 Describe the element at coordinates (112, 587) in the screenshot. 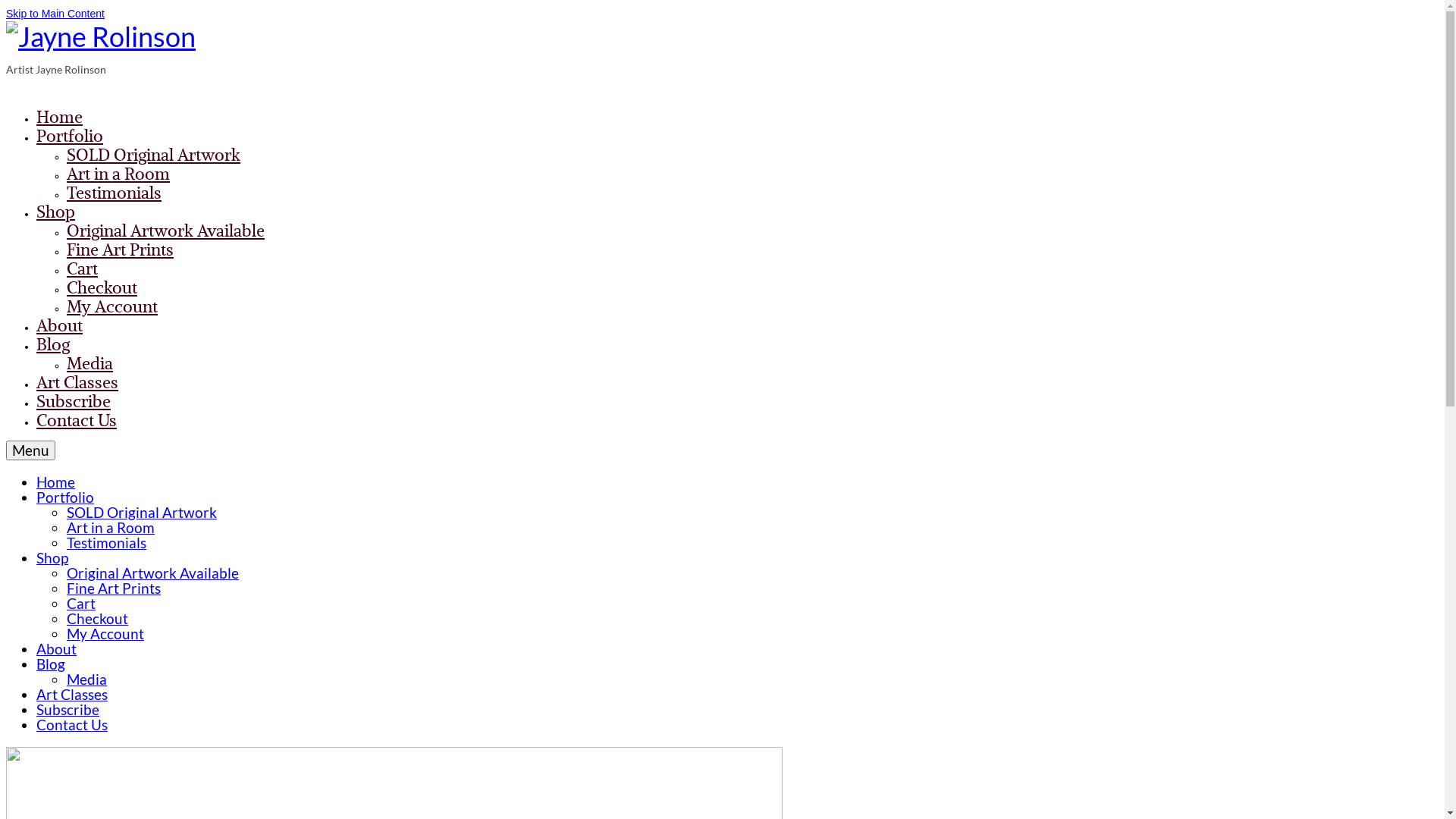

I see `'Fine Art Prints'` at that location.